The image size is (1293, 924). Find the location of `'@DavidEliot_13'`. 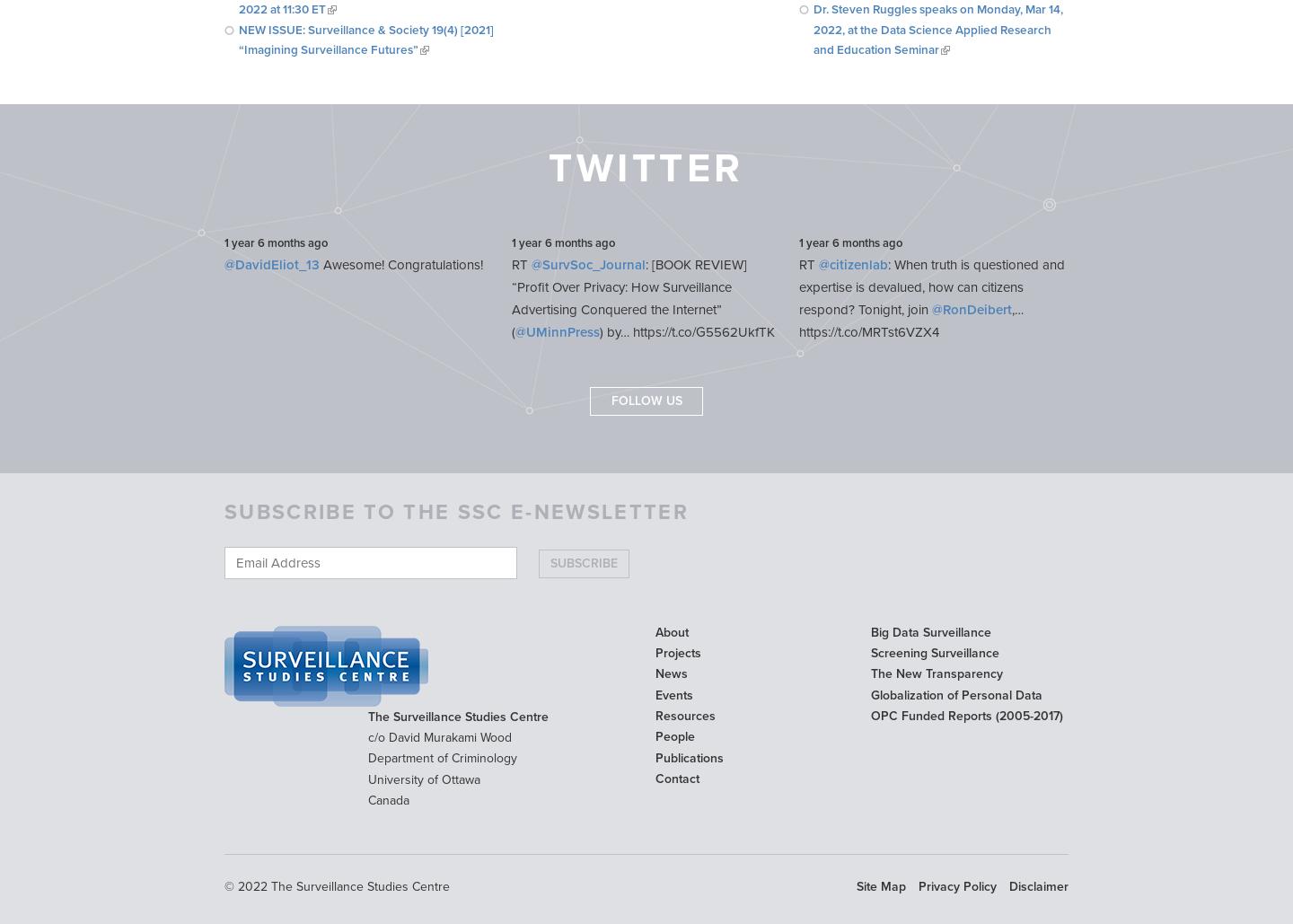

'@DavidEliot_13' is located at coordinates (271, 265).